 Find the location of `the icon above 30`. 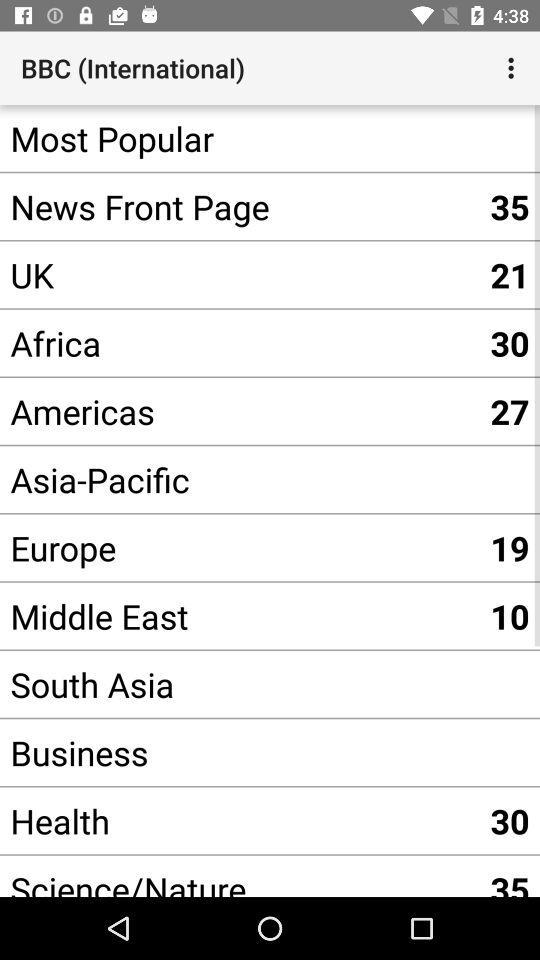

the icon above 30 is located at coordinates (239, 751).